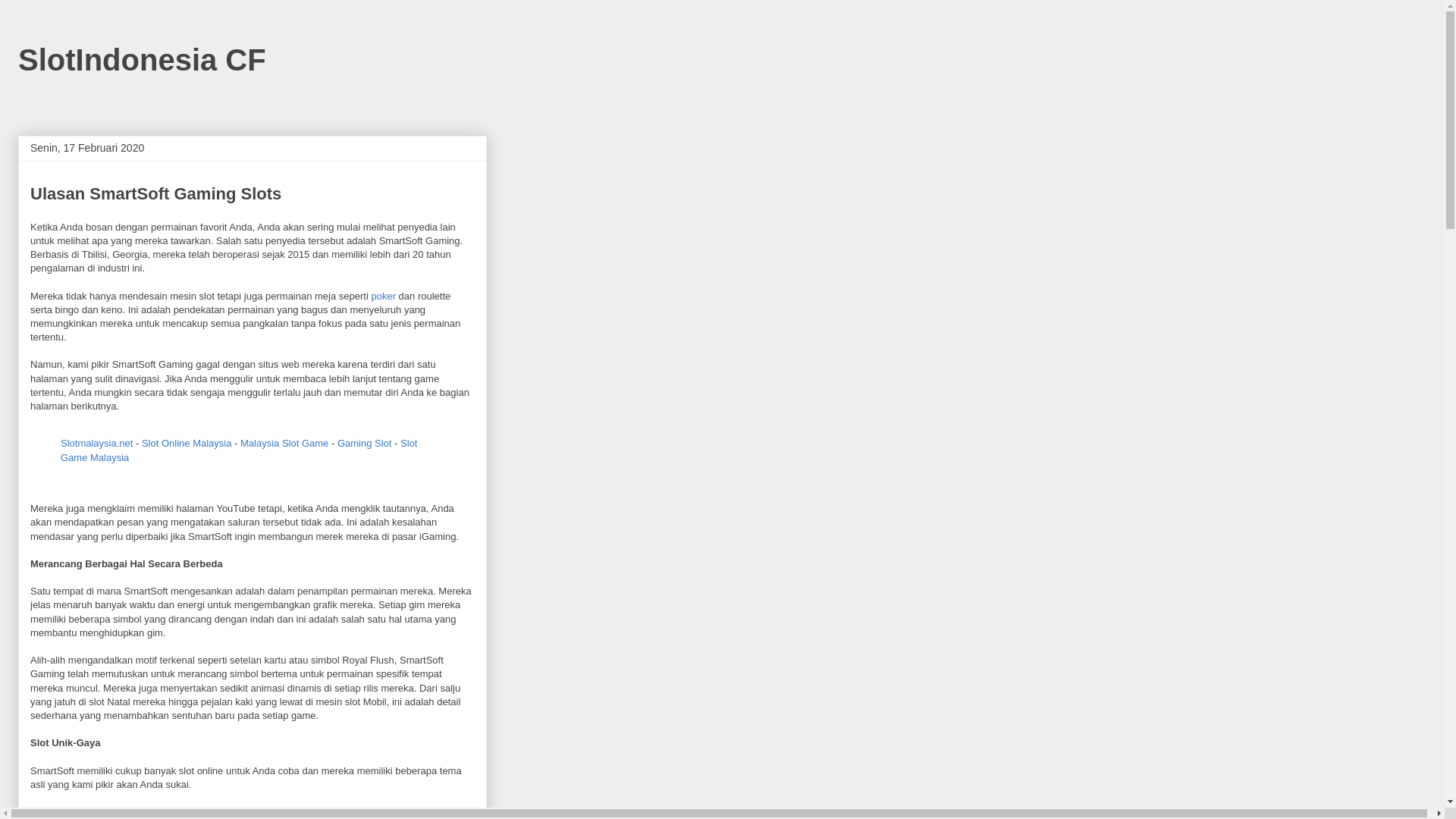 The image size is (1456, 819). What do you see at coordinates (238, 449) in the screenshot?
I see `'Slot Game Malaysia'` at bounding box center [238, 449].